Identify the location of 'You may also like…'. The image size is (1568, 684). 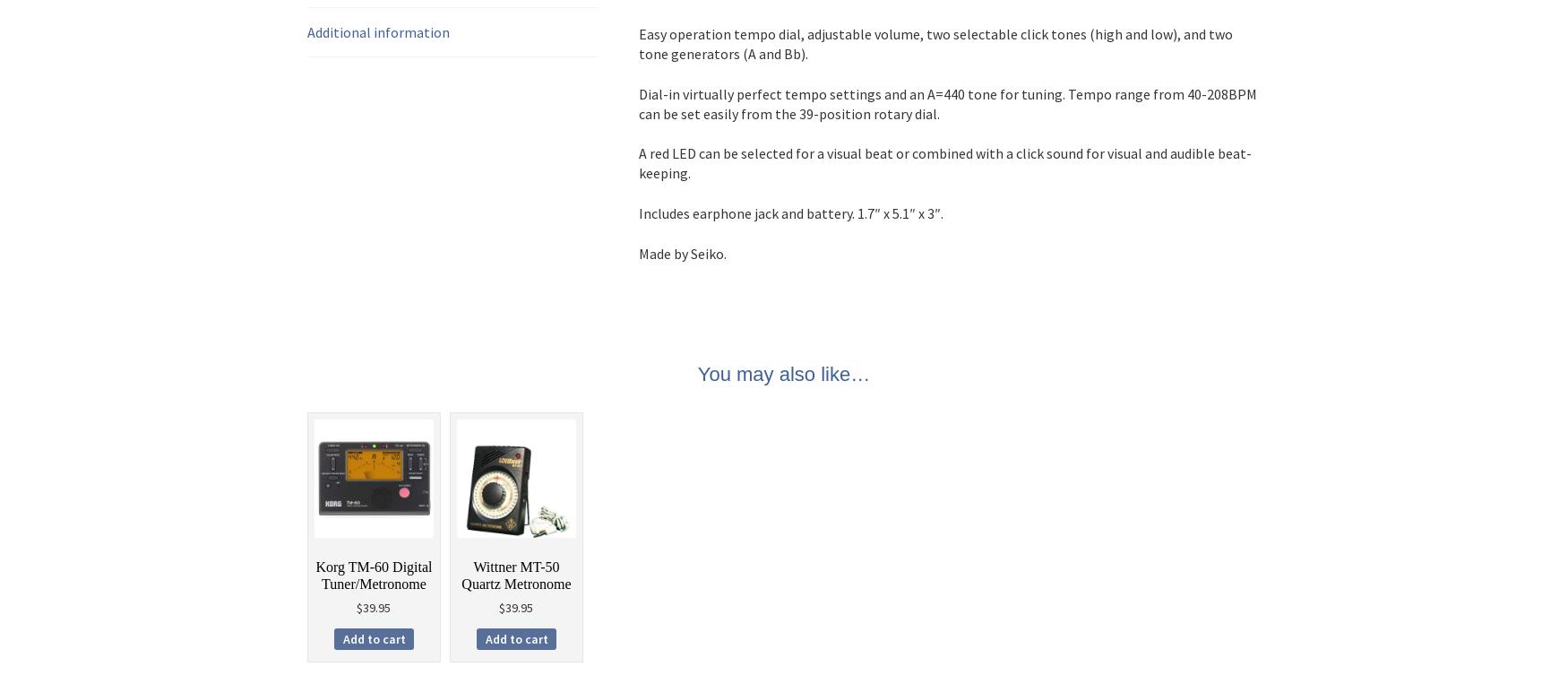
(783, 373).